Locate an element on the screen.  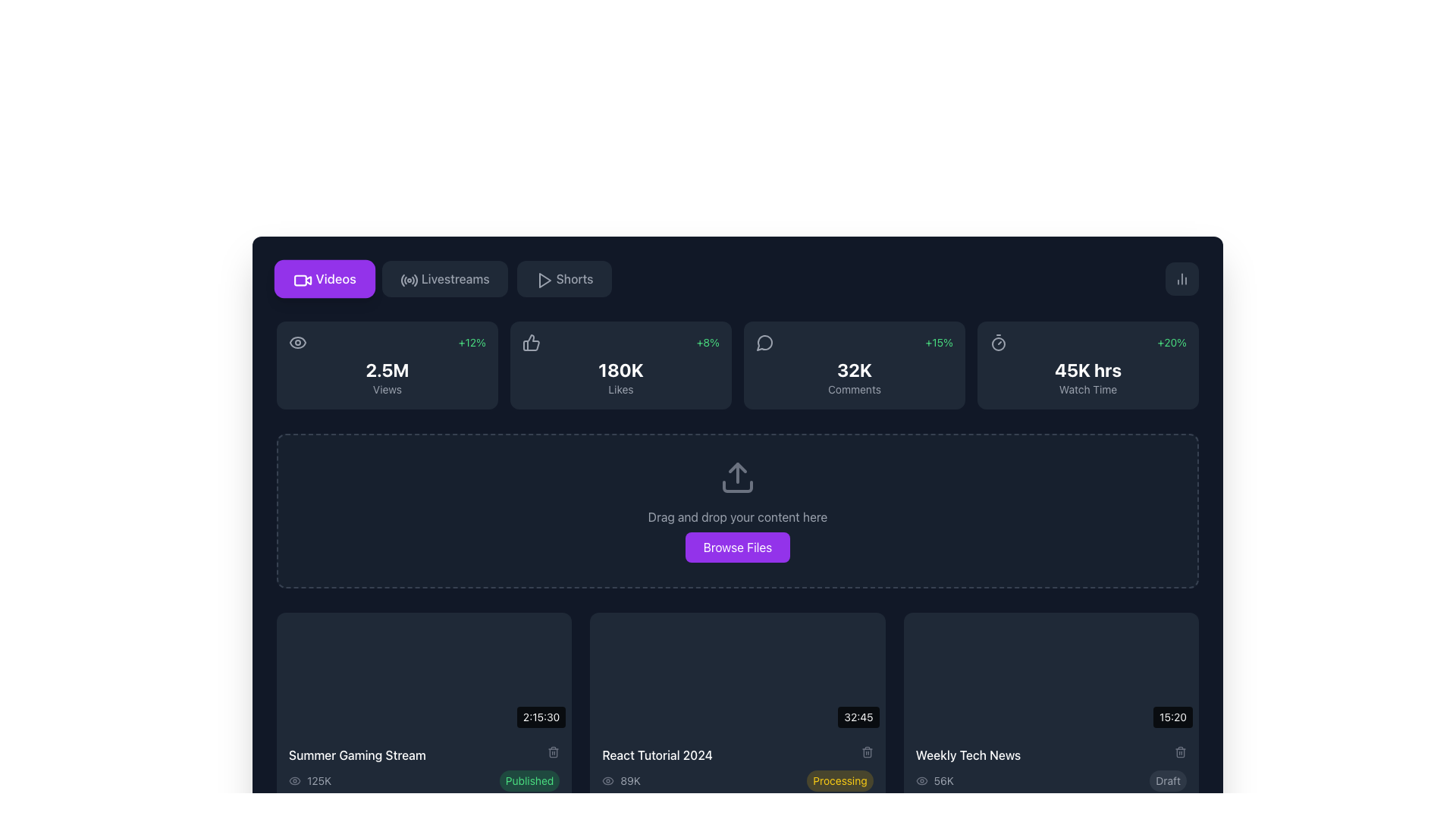
the 'Published' label, which is displayed in a small, rounded rectangle with a semi-transparent green background, located at the bottom right of a content card is located at coordinates (529, 780).